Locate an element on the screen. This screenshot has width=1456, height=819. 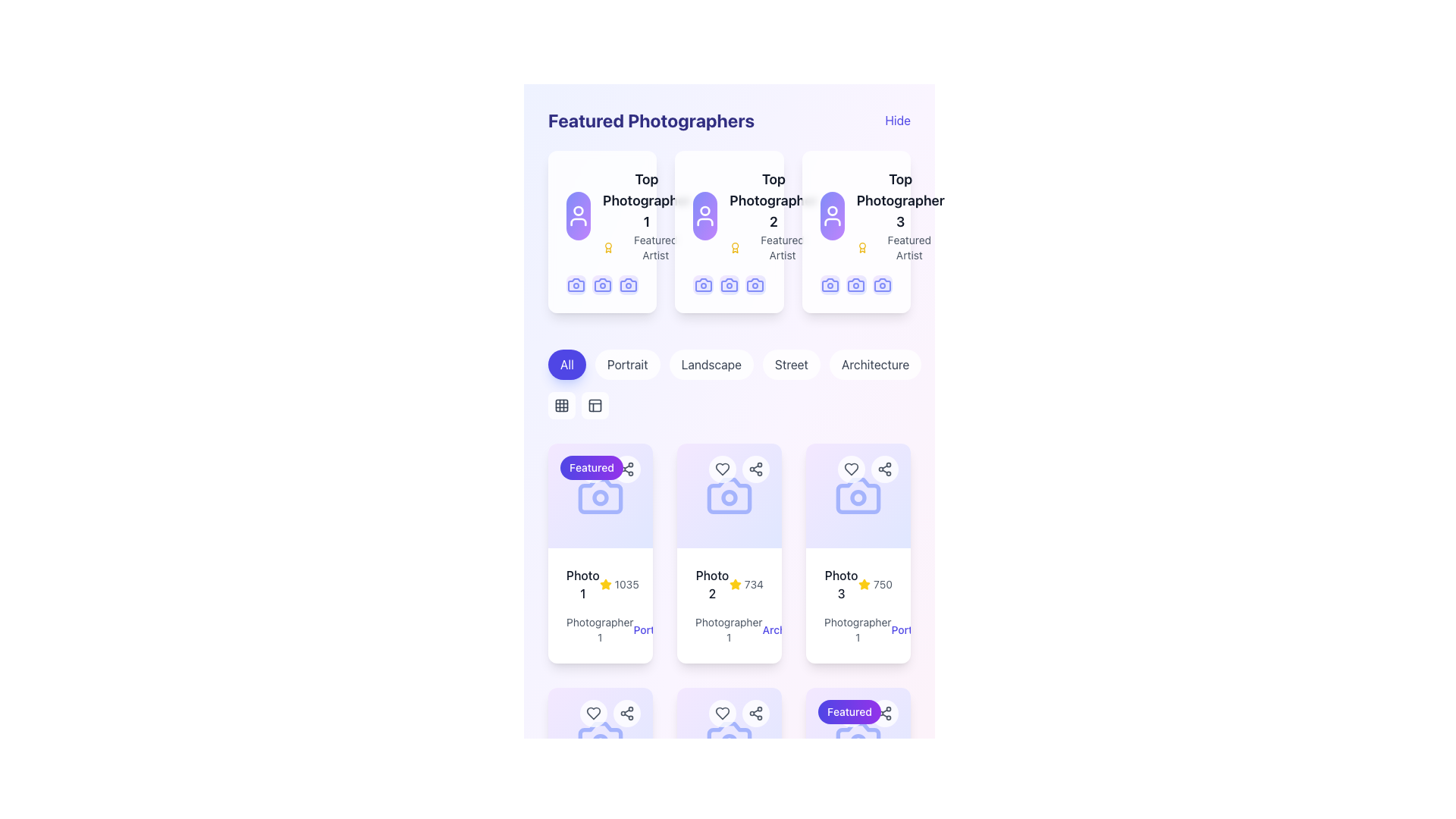
text label that displays 'Photographer 1', which is located under the 'Photo 1' heading in a card-like UI component is located at coordinates (599, 630).